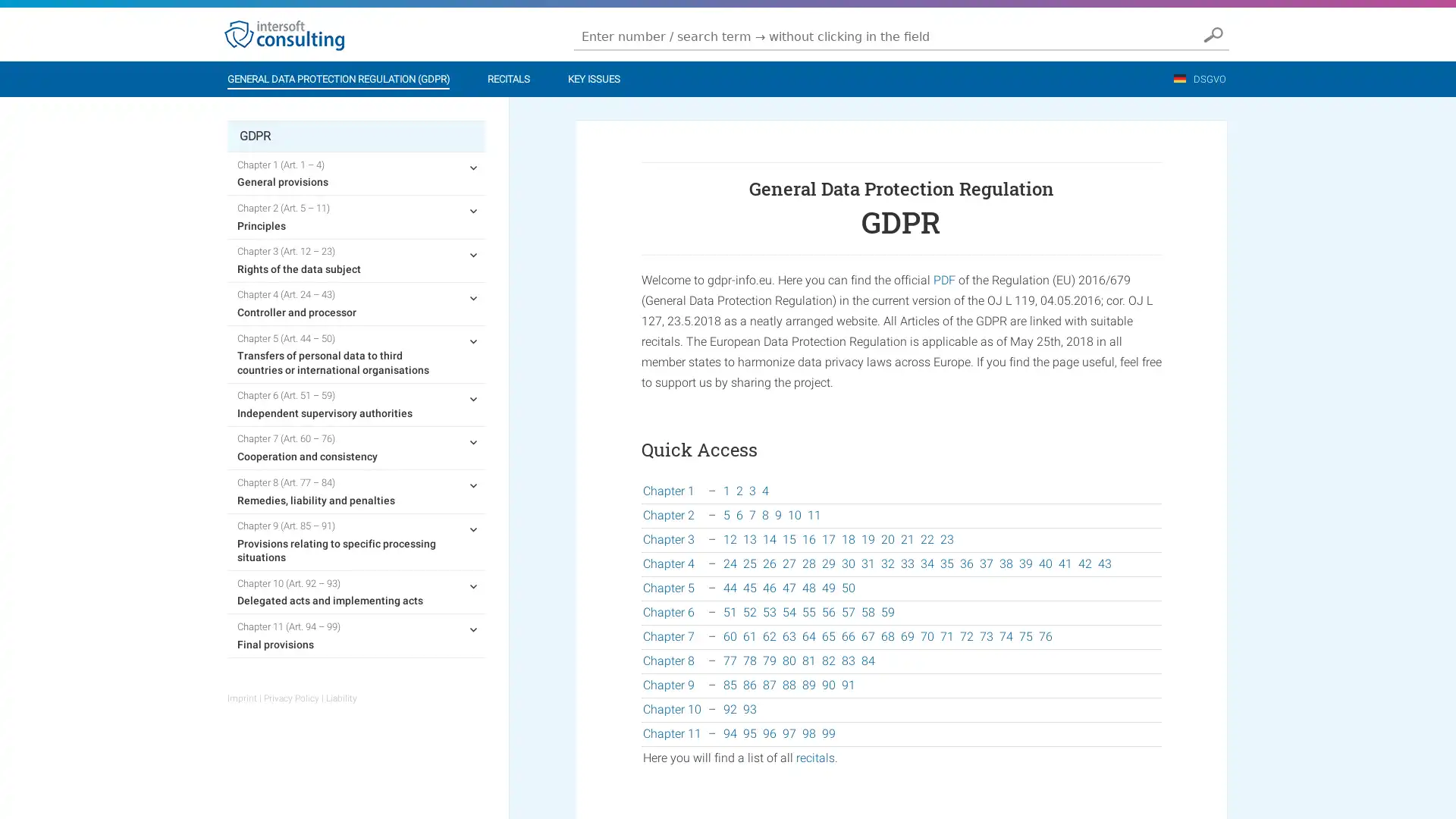 The height and width of the screenshot is (819, 1456). Describe the element at coordinates (472, 629) in the screenshot. I see `expand child menu` at that location.